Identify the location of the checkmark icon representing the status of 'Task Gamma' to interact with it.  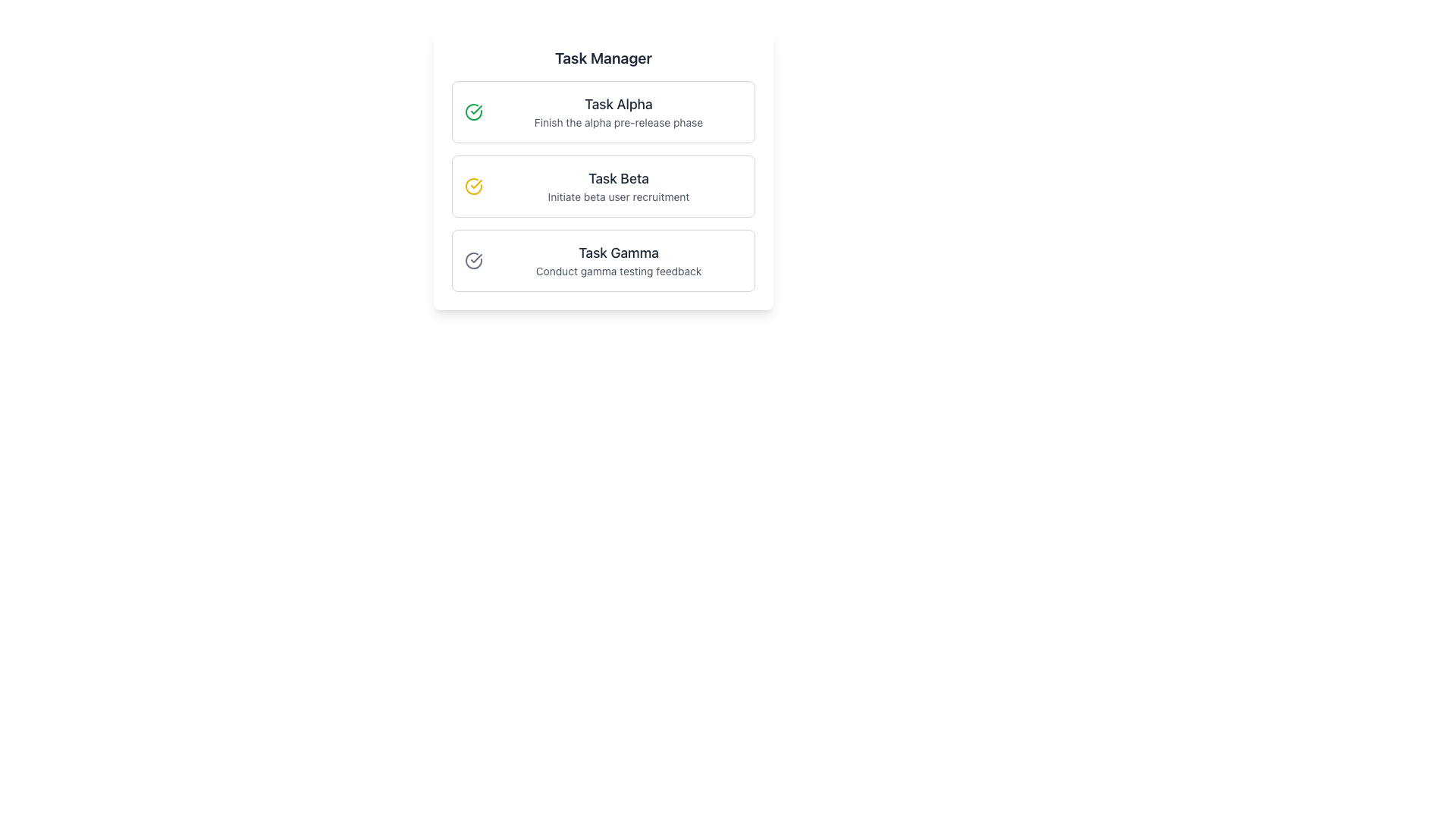
(472, 259).